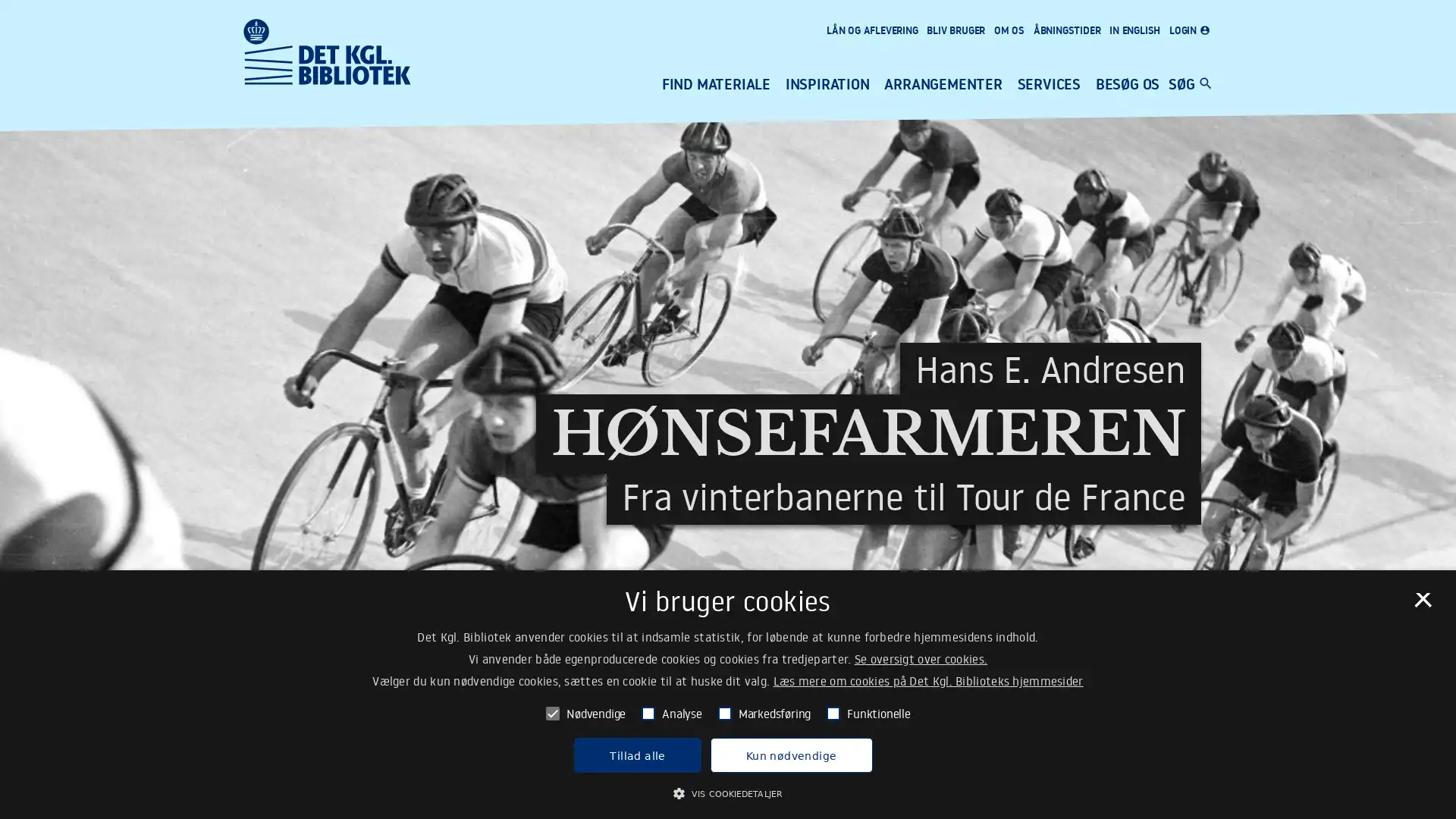 Image resolution: width=1456 pixels, height=819 pixels. I want to click on Close, so click(1421, 604).